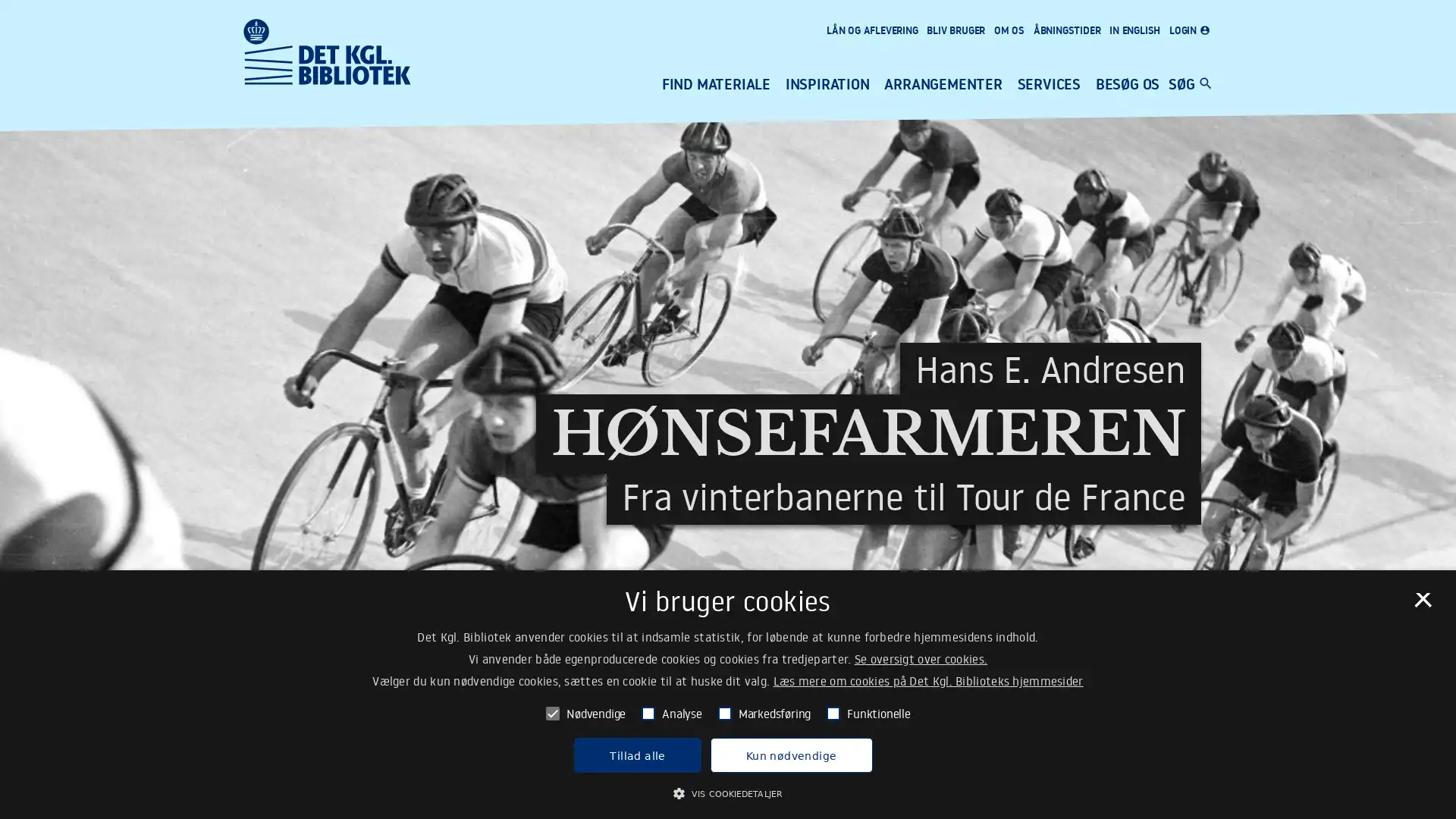 Image resolution: width=1456 pixels, height=819 pixels. I want to click on Close, so click(1421, 604).